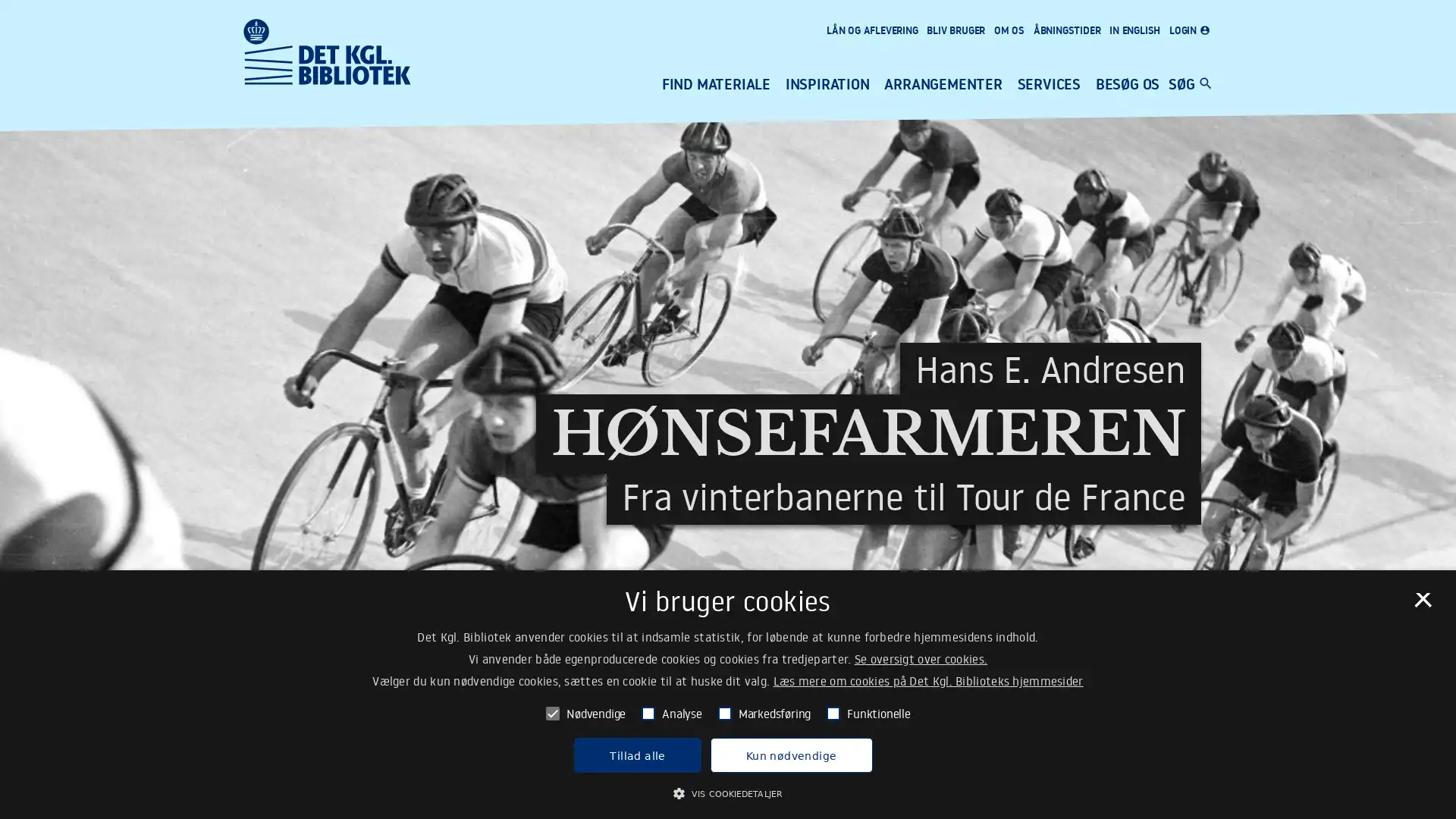 Image resolution: width=1456 pixels, height=819 pixels. I want to click on Close, so click(1421, 604).